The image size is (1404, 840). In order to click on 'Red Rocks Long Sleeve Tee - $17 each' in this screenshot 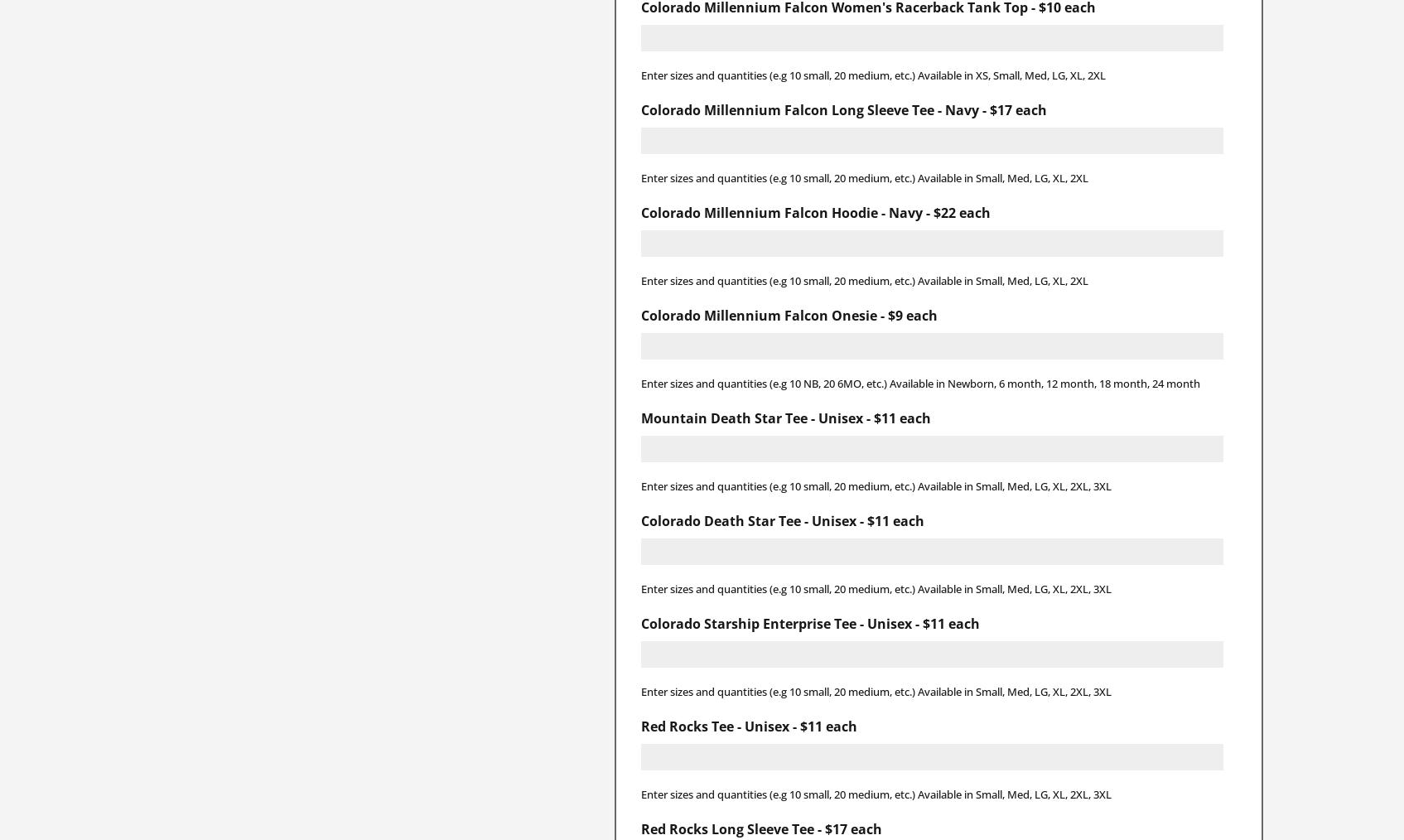, I will do `click(760, 828)`.